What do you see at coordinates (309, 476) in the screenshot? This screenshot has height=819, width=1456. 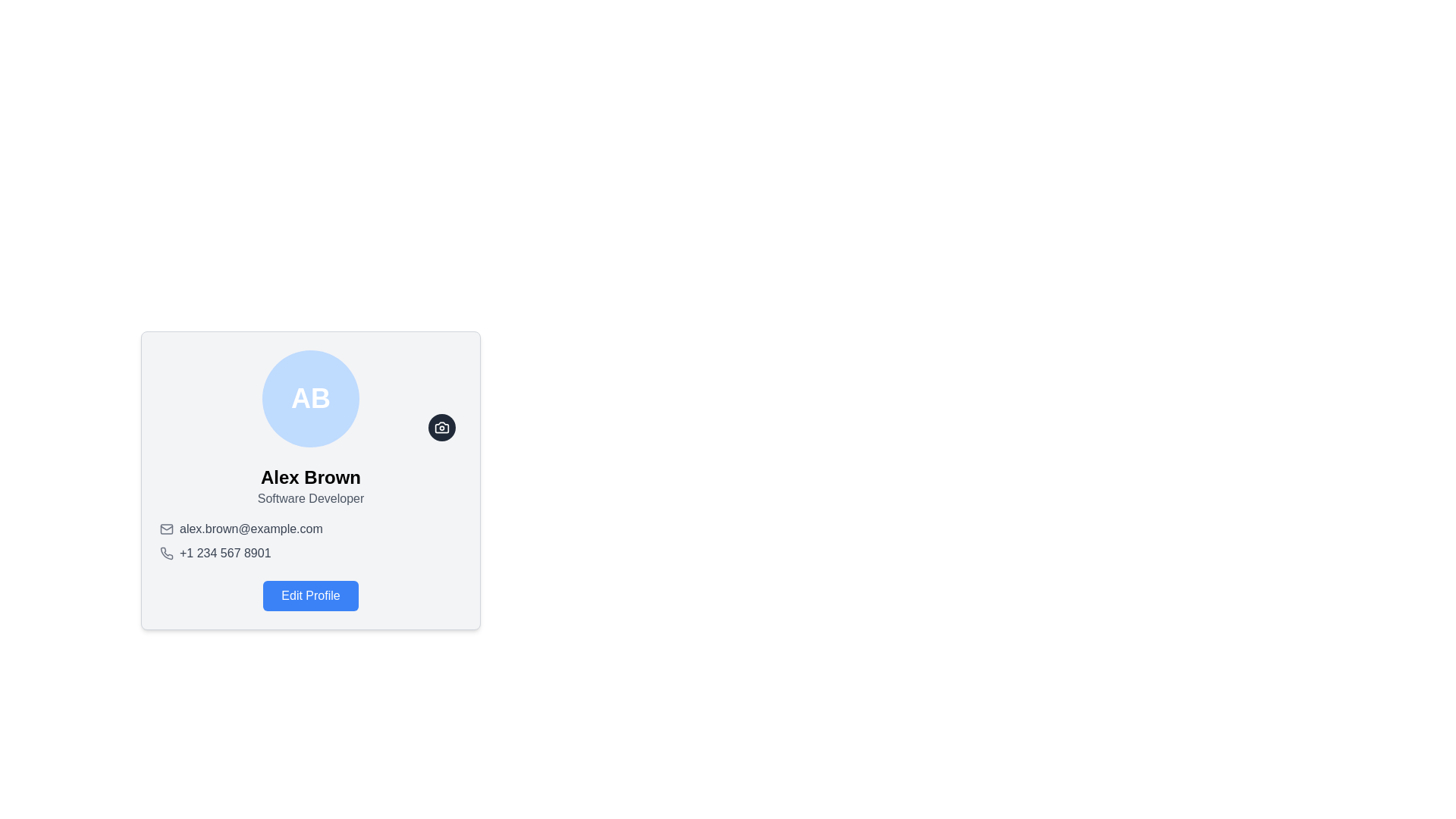 I see `the text 'Alex Brown' for copy actions from the bold text label displayed in a large font size within a light gray card-like section` at bounding box center [309, 476].